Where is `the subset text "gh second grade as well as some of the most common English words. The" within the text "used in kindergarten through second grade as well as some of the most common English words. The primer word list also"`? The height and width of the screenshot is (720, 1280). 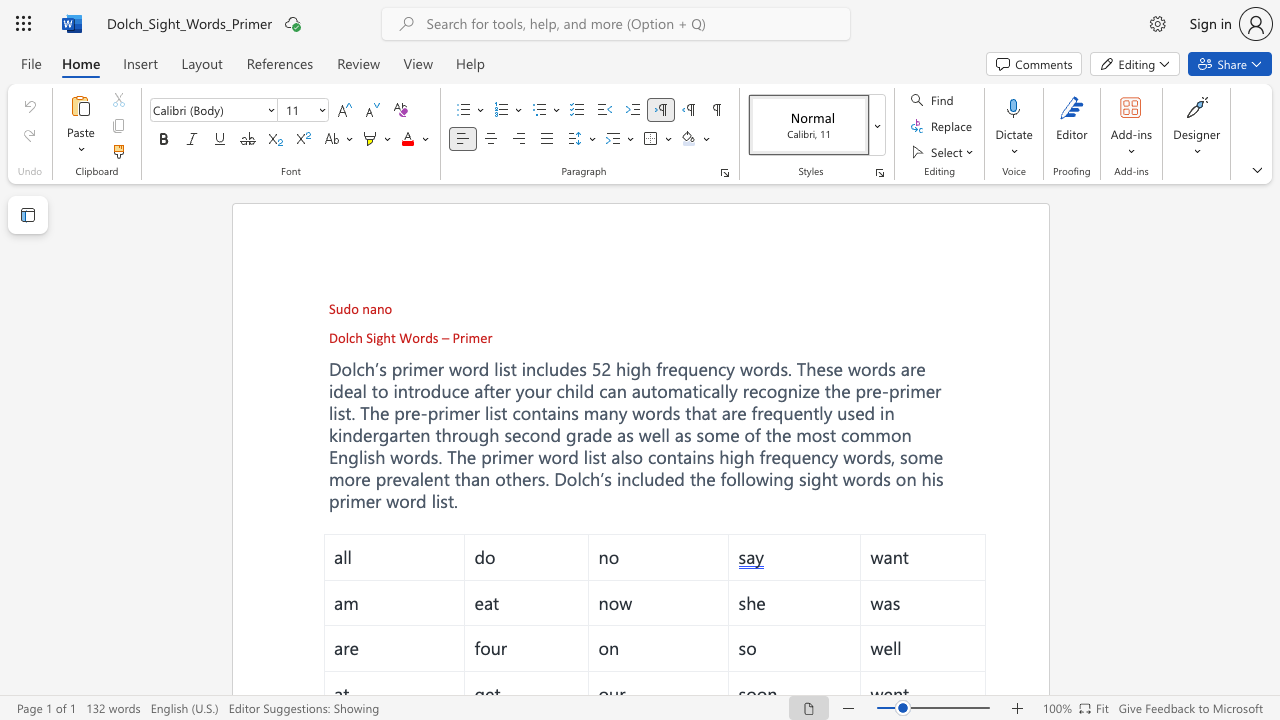 the subset text "gh second grade as well as some of the most common English words. The" within the text "used in kindergarten through second grade as well as some of the most common English words. The primer word list also" is located at coordinates (477, 434).